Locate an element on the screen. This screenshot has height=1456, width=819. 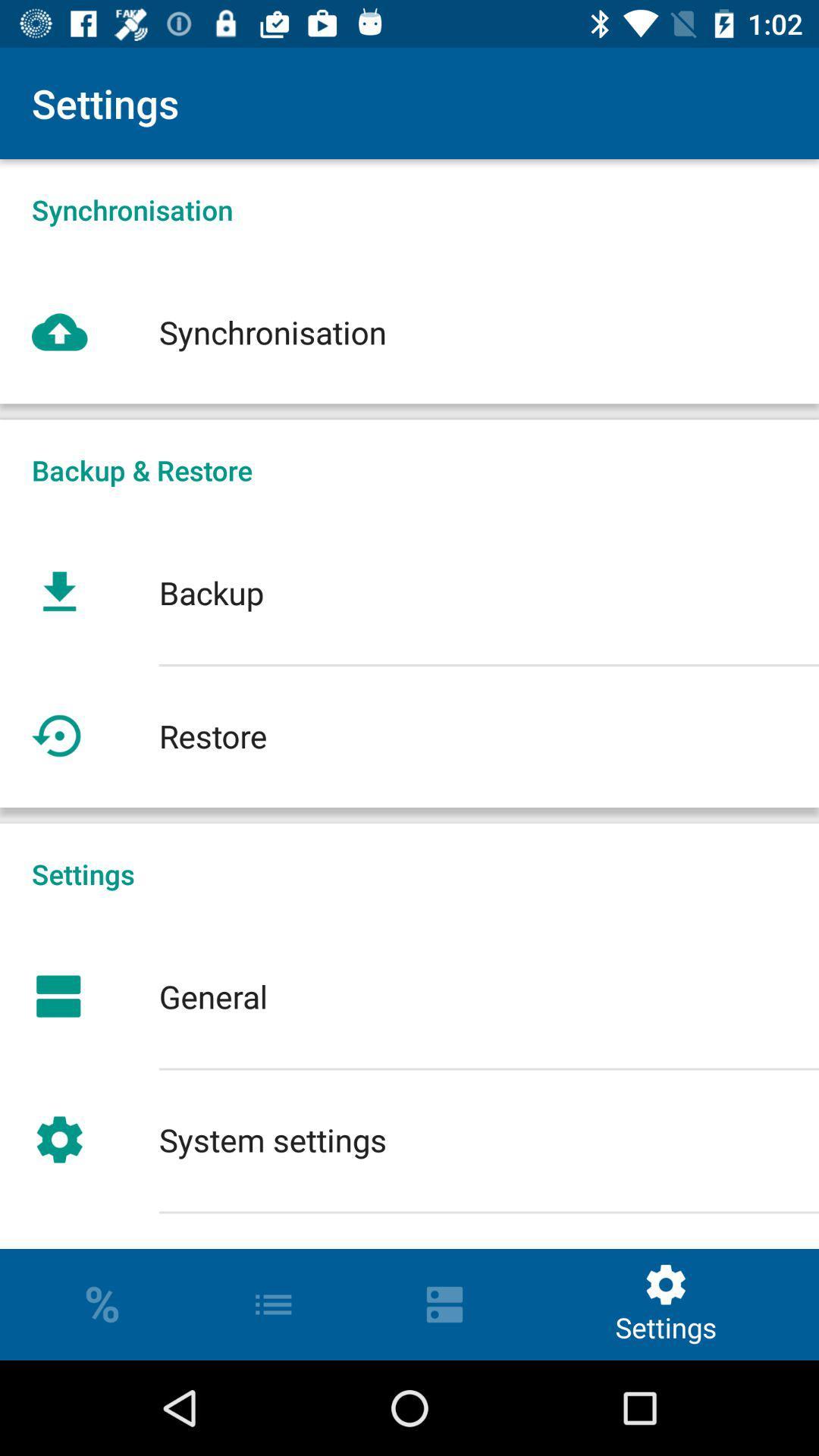
settings is located at coordinates (665, 1304).